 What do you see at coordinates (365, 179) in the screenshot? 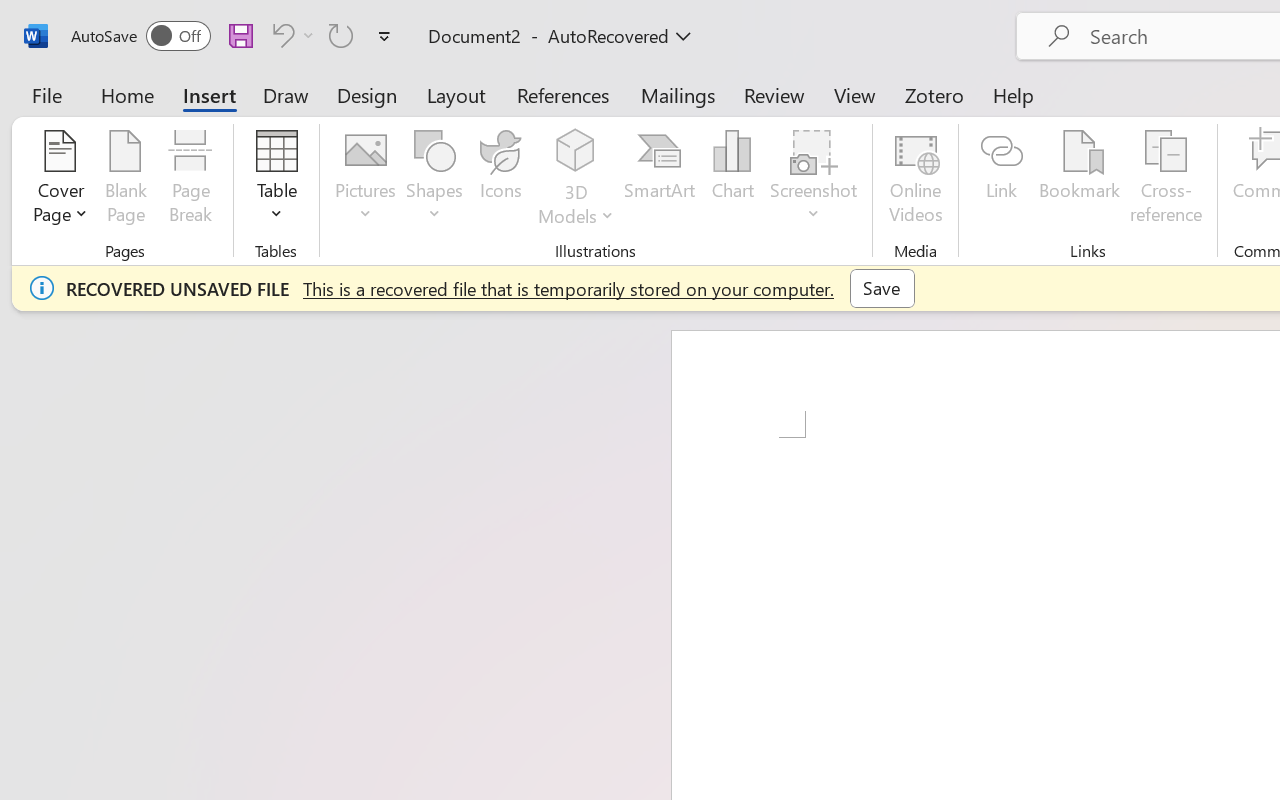
I see `'Pictures'` at bounding box center [365, 179].